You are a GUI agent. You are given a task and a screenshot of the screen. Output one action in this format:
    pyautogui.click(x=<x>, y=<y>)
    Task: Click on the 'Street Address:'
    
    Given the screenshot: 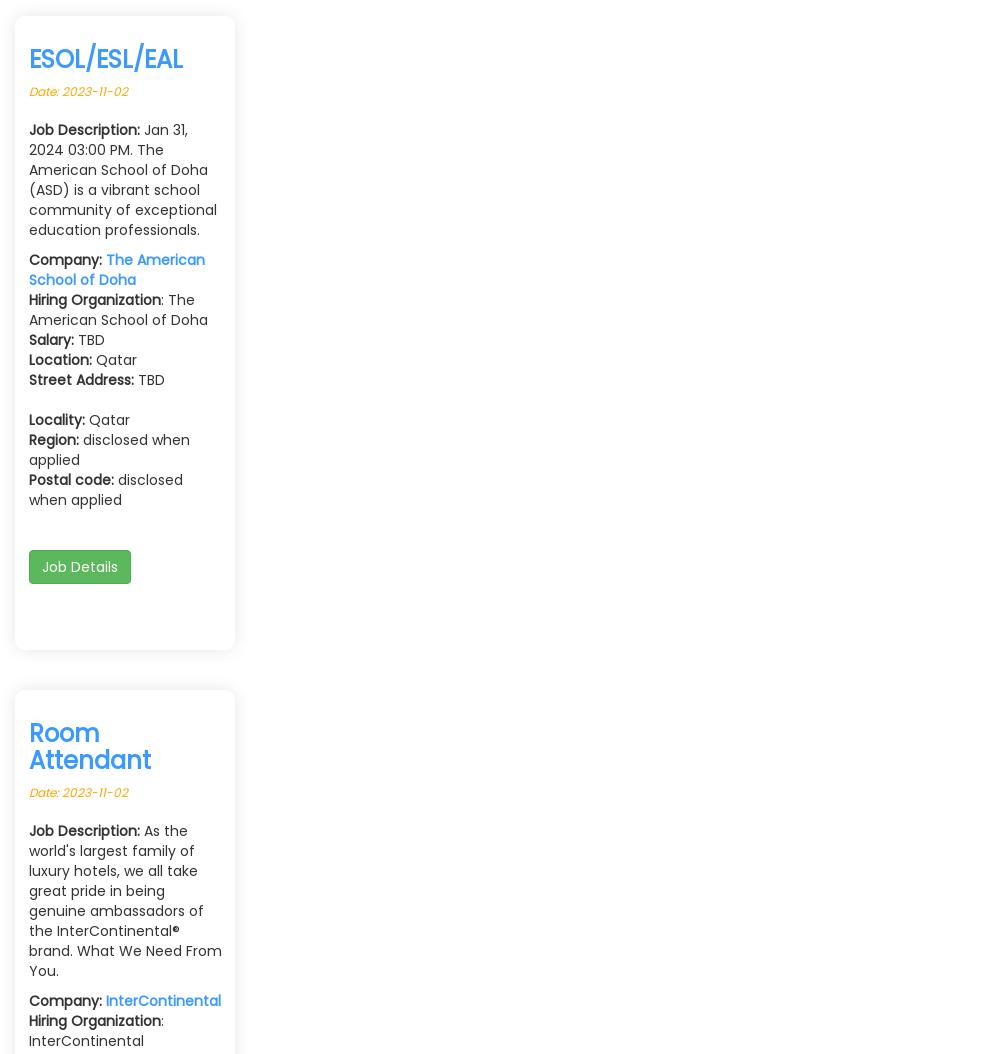 What is the action you would take?
    pyautogui.click(x=81, y=378)
    